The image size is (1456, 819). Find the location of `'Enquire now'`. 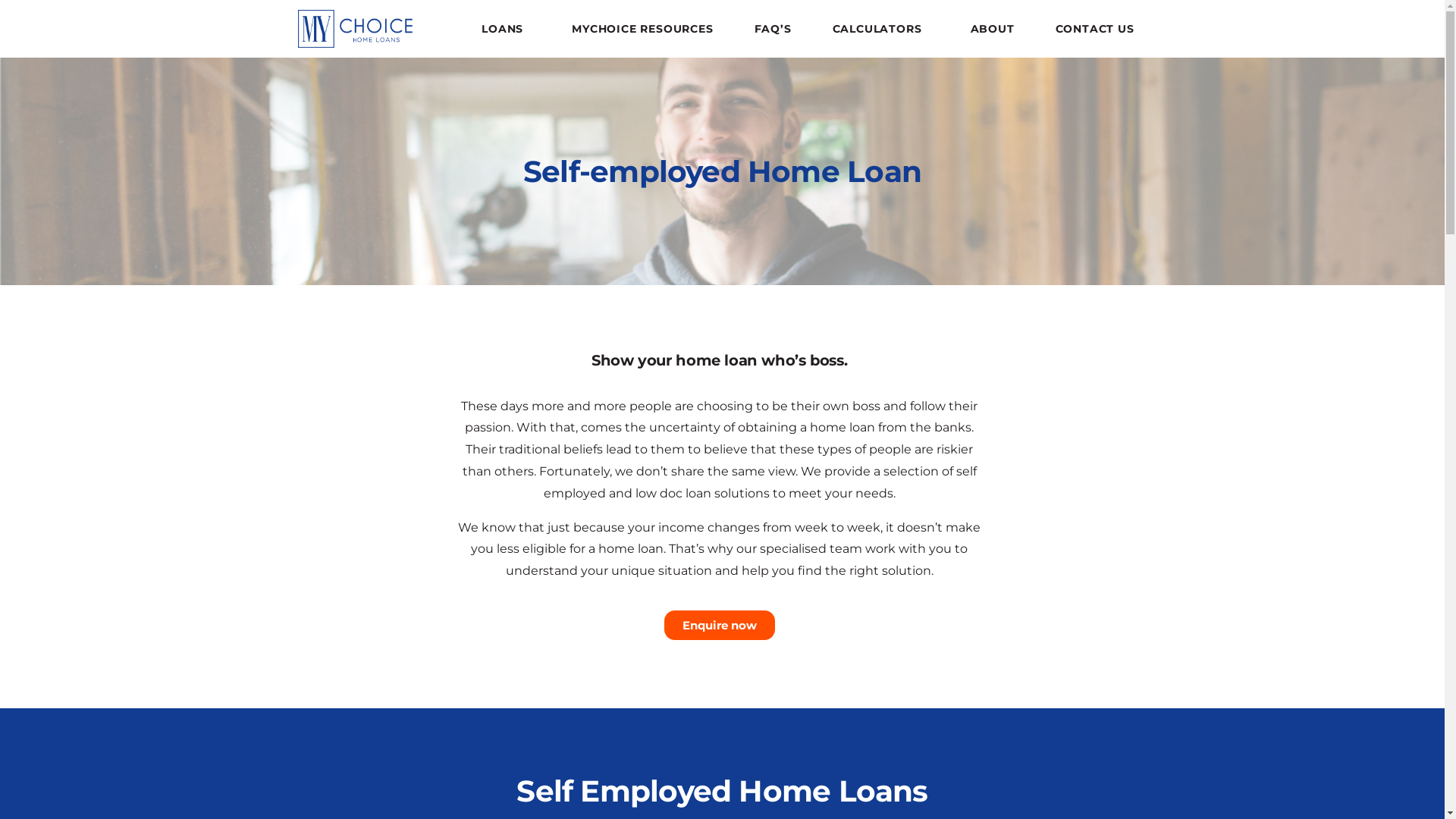

'Enquire now' is located at coordinates (719, 625).